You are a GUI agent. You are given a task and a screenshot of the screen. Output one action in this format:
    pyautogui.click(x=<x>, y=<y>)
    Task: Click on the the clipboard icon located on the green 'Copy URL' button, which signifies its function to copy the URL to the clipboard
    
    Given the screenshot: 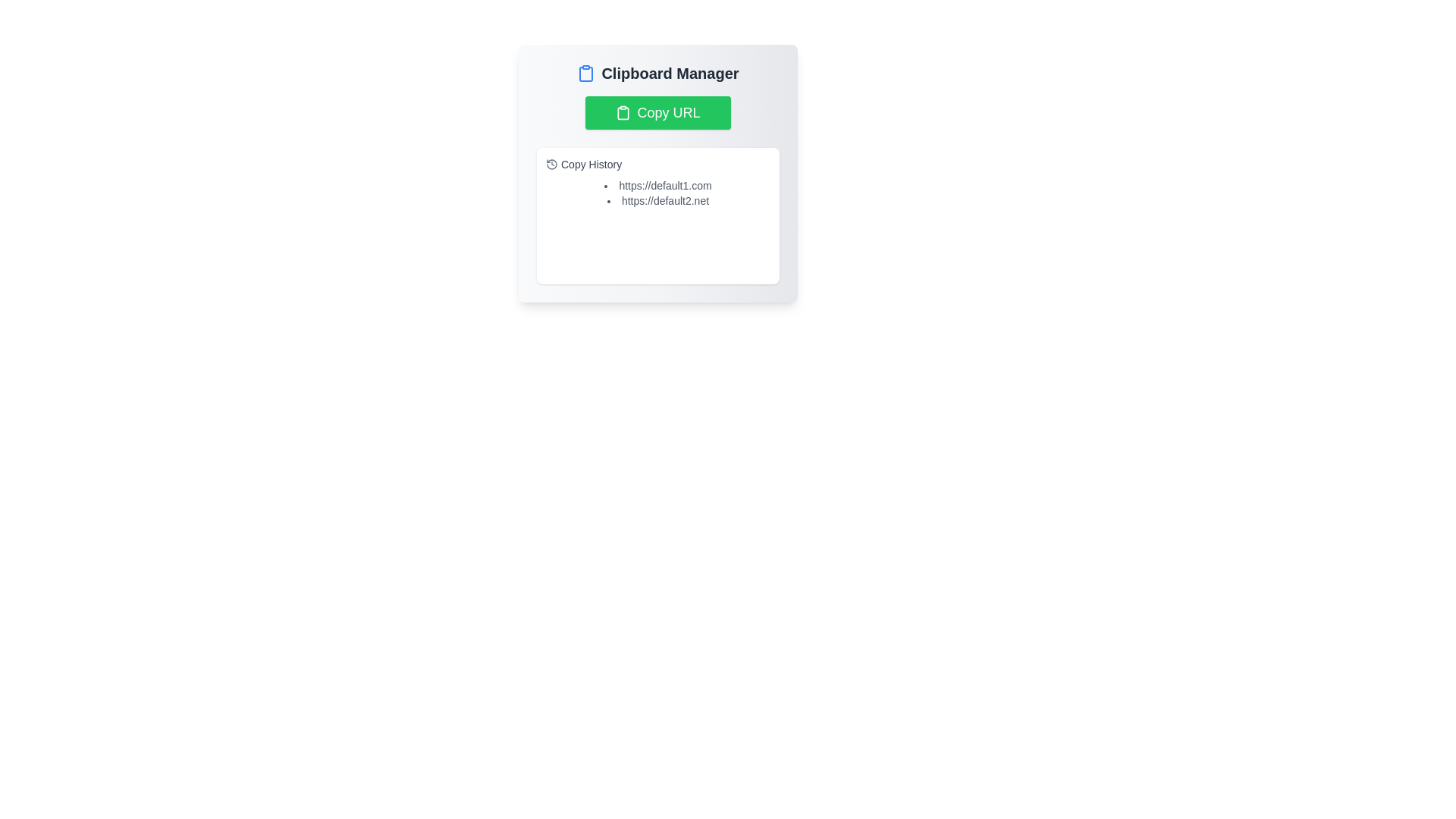 What is the action you would take?
    pyautogui.click(x=623, y=112)
    